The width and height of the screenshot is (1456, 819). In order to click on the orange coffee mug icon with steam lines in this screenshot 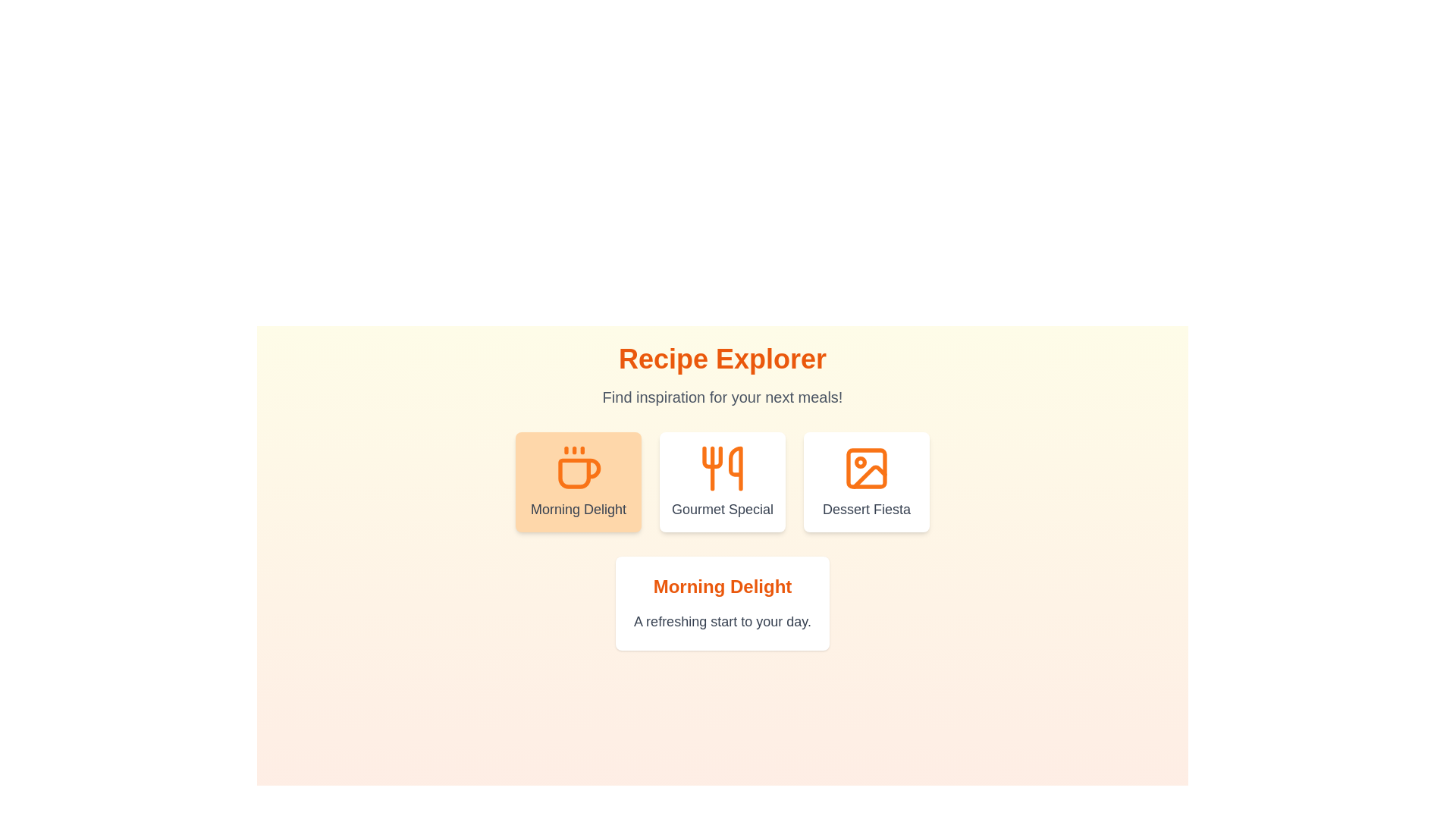, I will do `click(578, 467)`.